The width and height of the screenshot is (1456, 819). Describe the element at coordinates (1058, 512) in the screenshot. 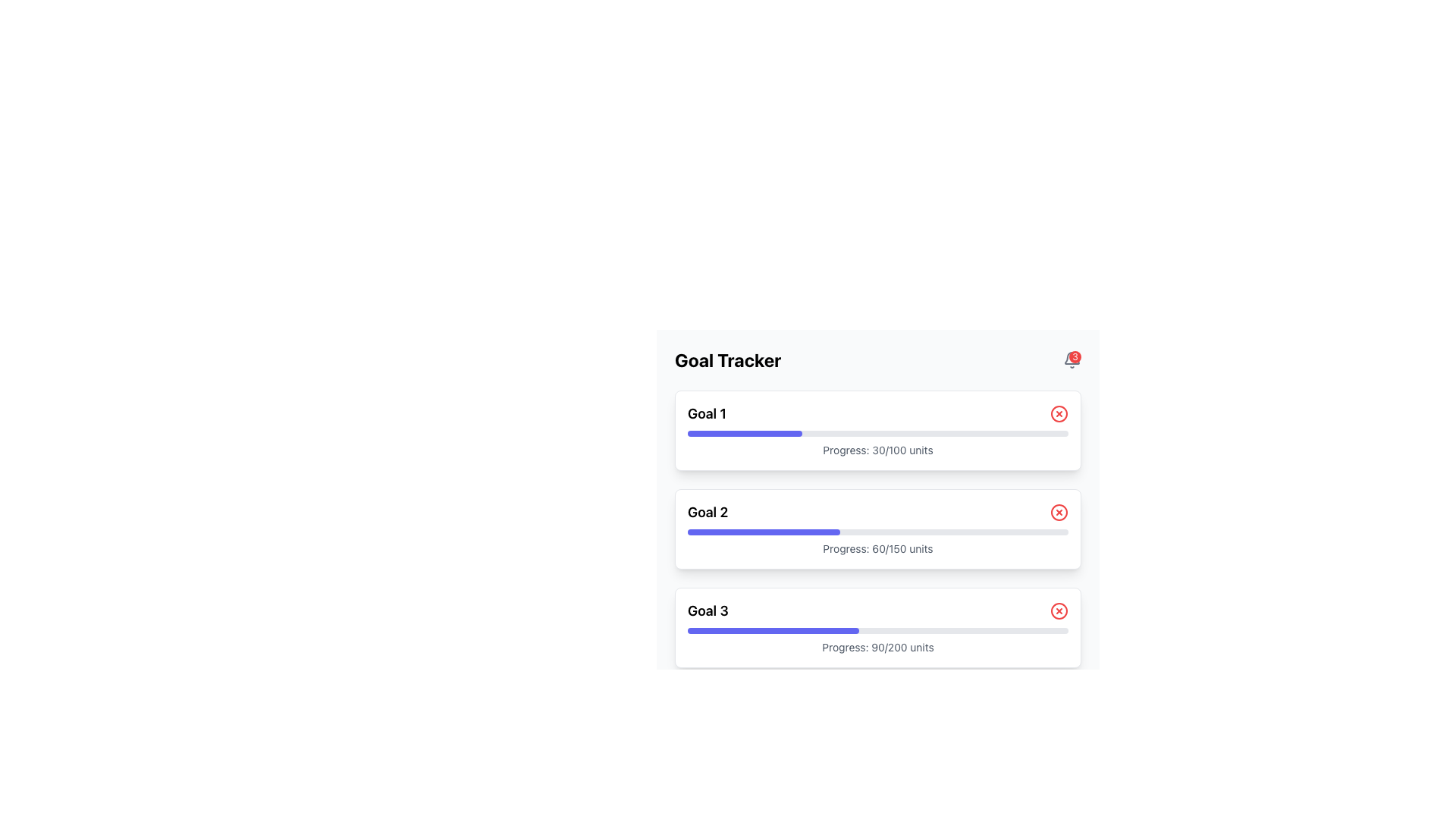

I see `the remove button associated with the 'Goal 2' entry` at that location.